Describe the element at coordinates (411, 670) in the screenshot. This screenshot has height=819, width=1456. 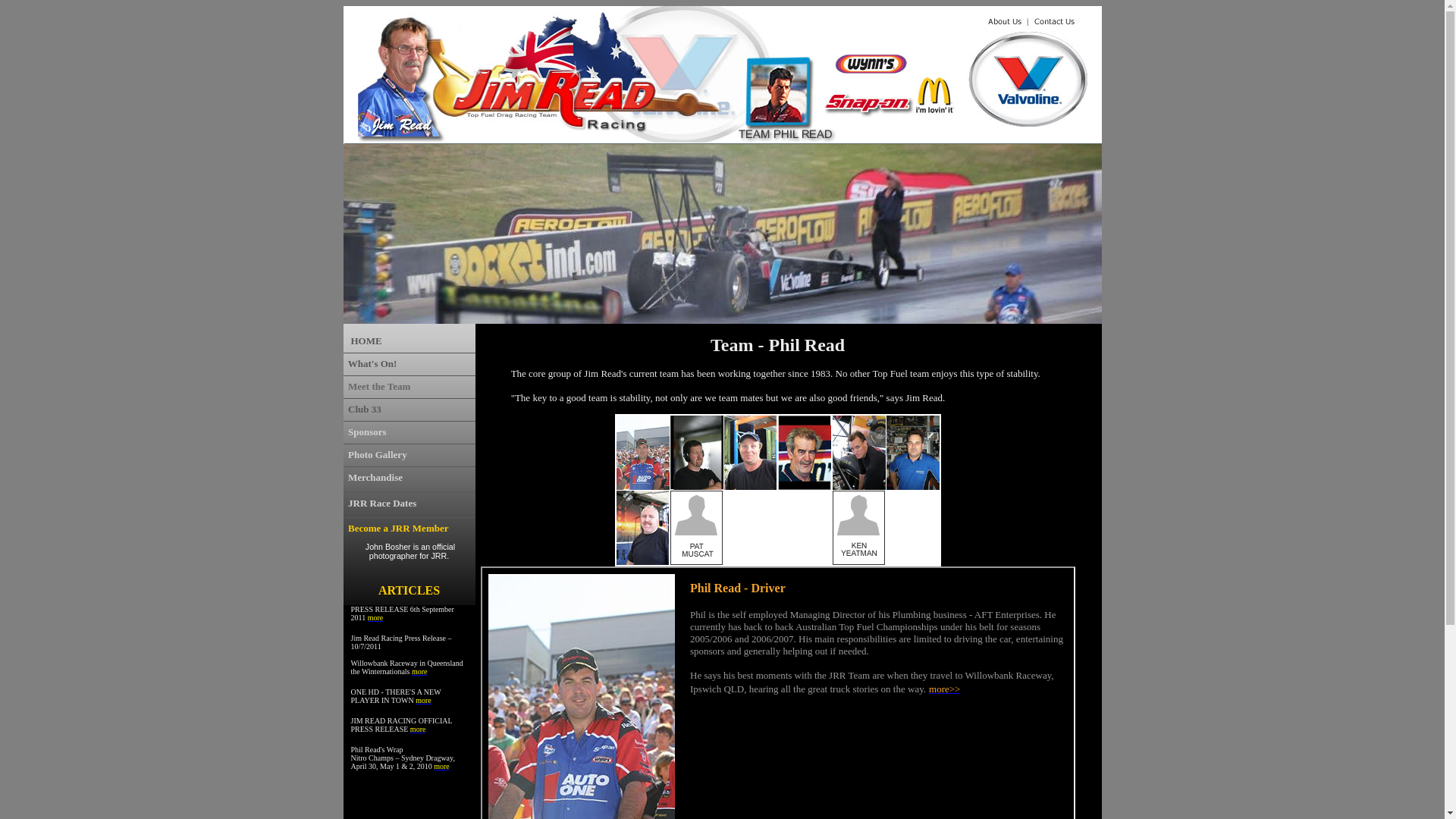
I see `'more'` at that location.